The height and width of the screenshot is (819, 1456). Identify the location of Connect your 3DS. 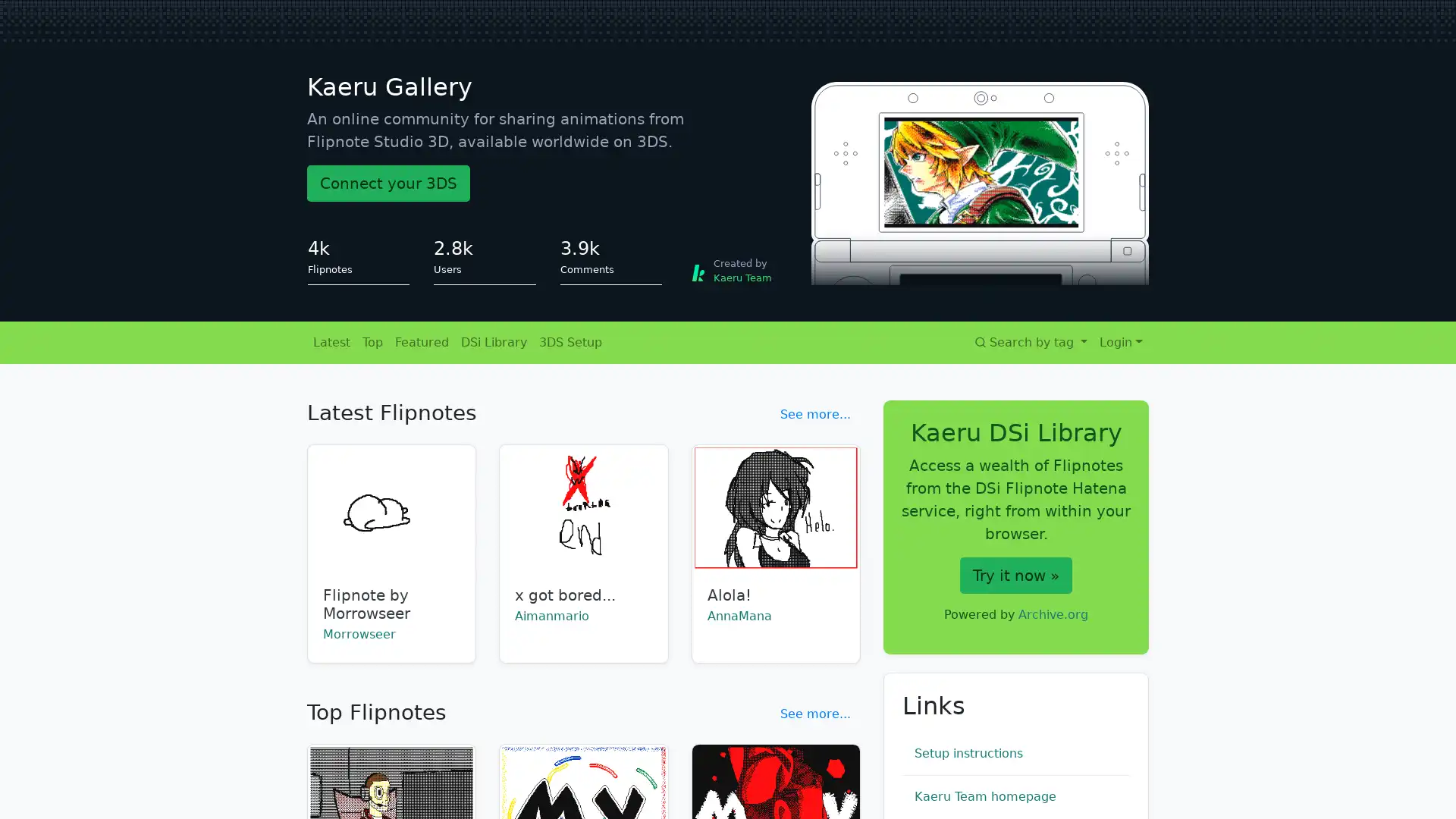
(388, 183).